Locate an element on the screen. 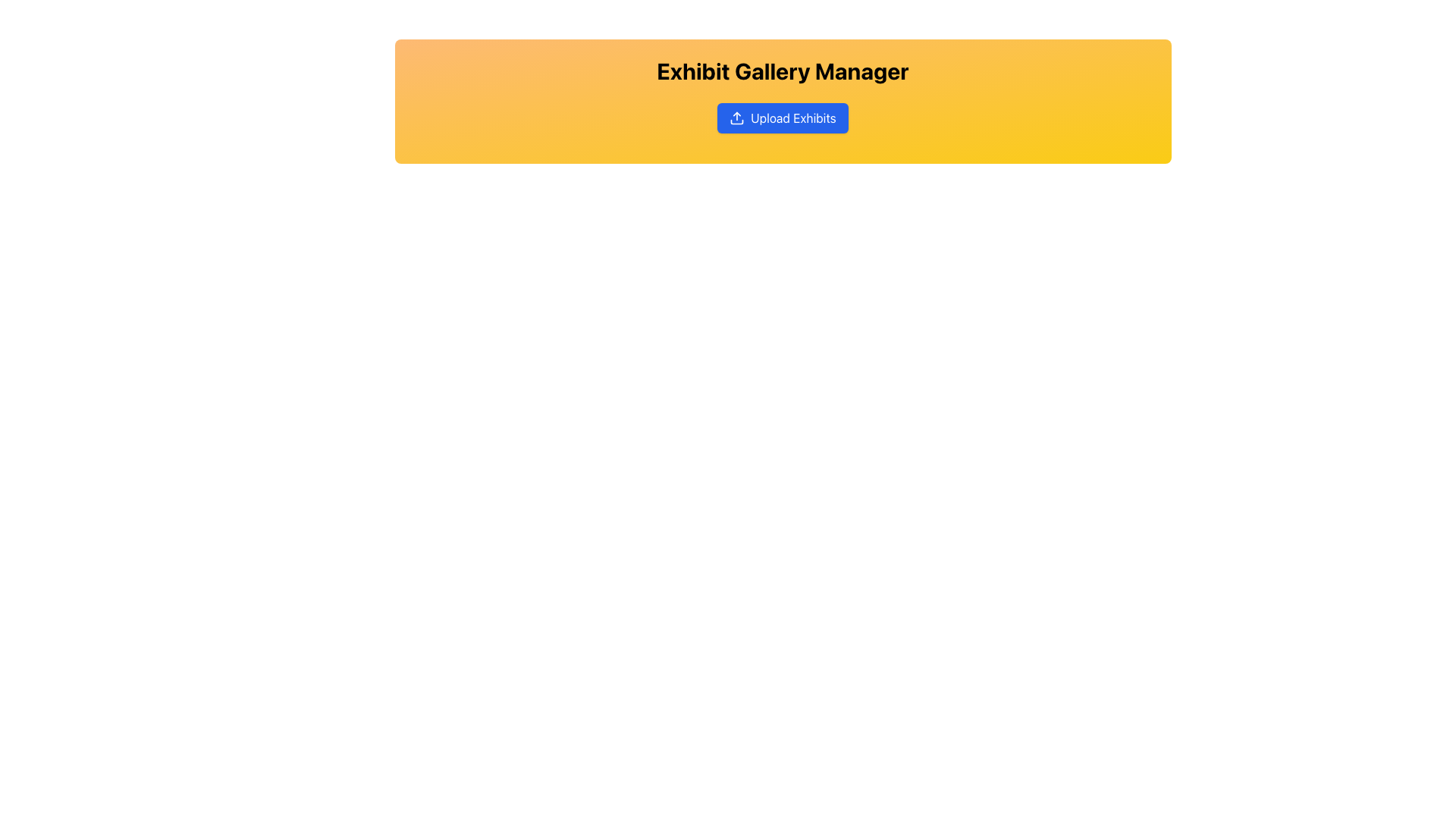 The height and width of the screenshot is (819, 1456). the Icon indicating the purpose of the 'Upload Exhibits' button, which is located to the left of the text within the blue button under 'Exhibit Gallery Manager' is located at coordinates (737, 117).